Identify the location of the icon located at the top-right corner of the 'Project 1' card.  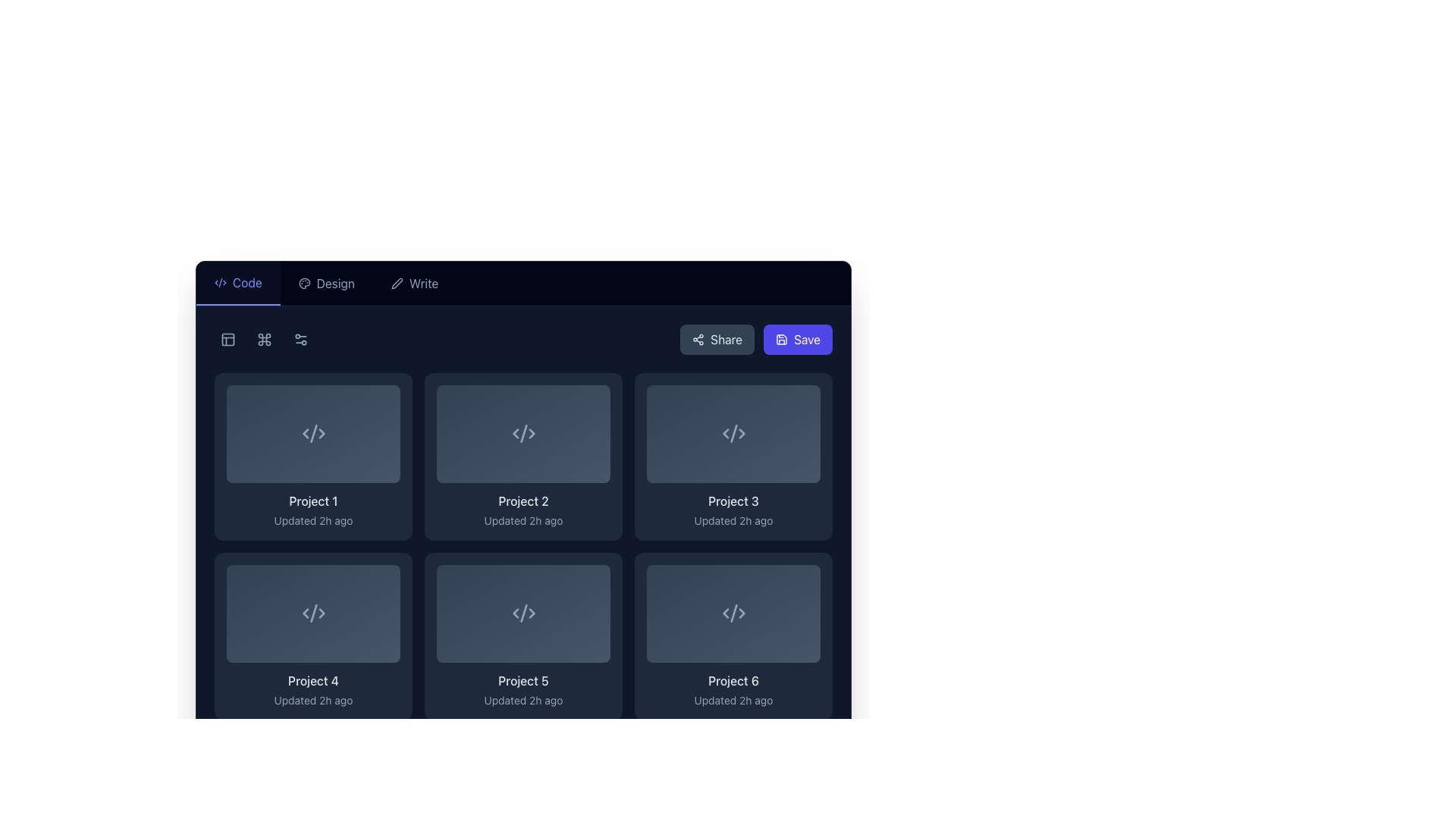
(397, 388).